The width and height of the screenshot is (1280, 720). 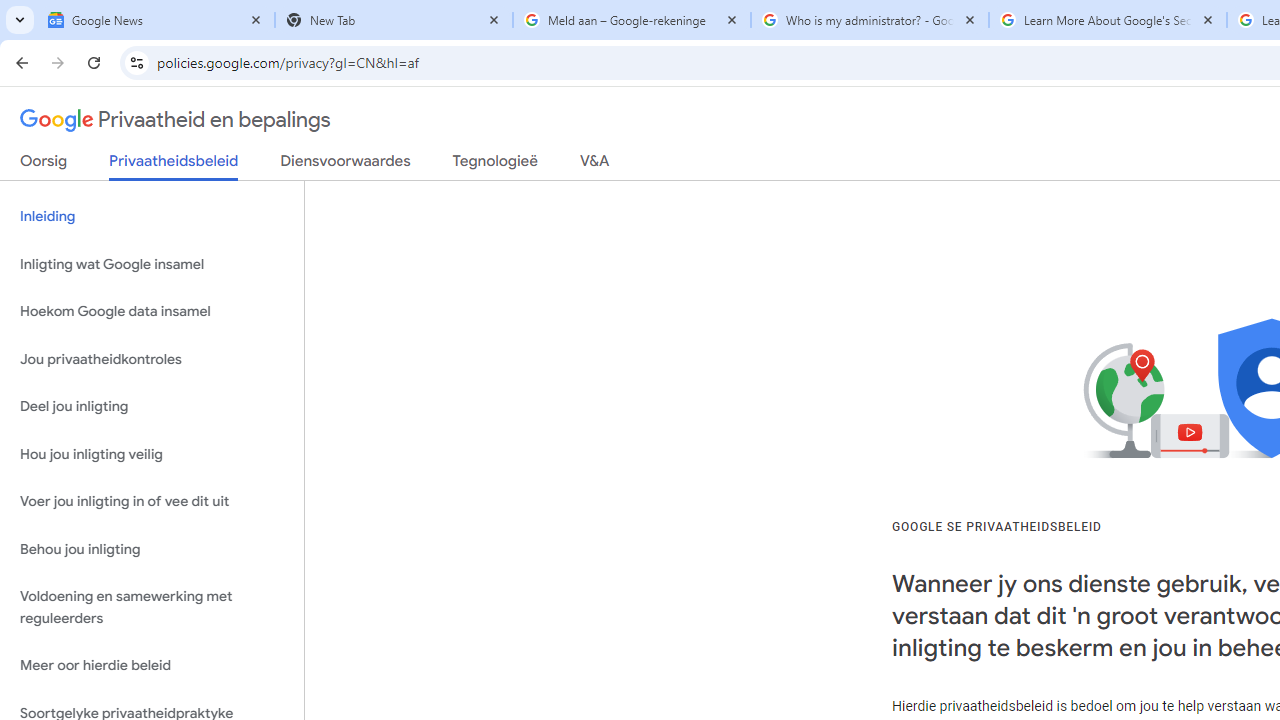 I want to click on 'Deel jou inligting', so click(x=151, y=406).